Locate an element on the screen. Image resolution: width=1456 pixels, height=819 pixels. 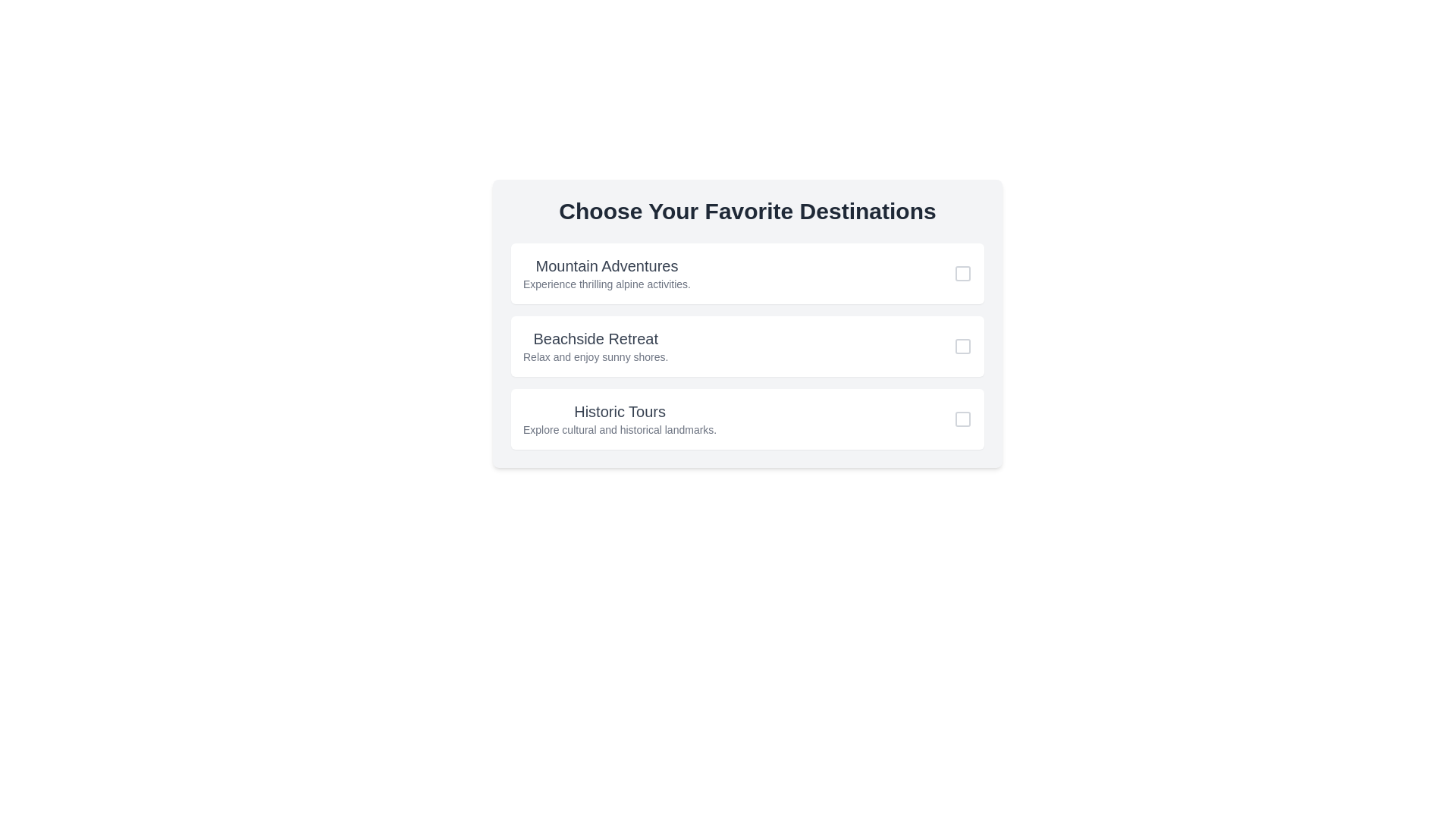
the small light gray rectangle with rounded corners, which is the inner component of the rightmost icon in the 'Historic Tours' list is located at coordinates (962, 419).